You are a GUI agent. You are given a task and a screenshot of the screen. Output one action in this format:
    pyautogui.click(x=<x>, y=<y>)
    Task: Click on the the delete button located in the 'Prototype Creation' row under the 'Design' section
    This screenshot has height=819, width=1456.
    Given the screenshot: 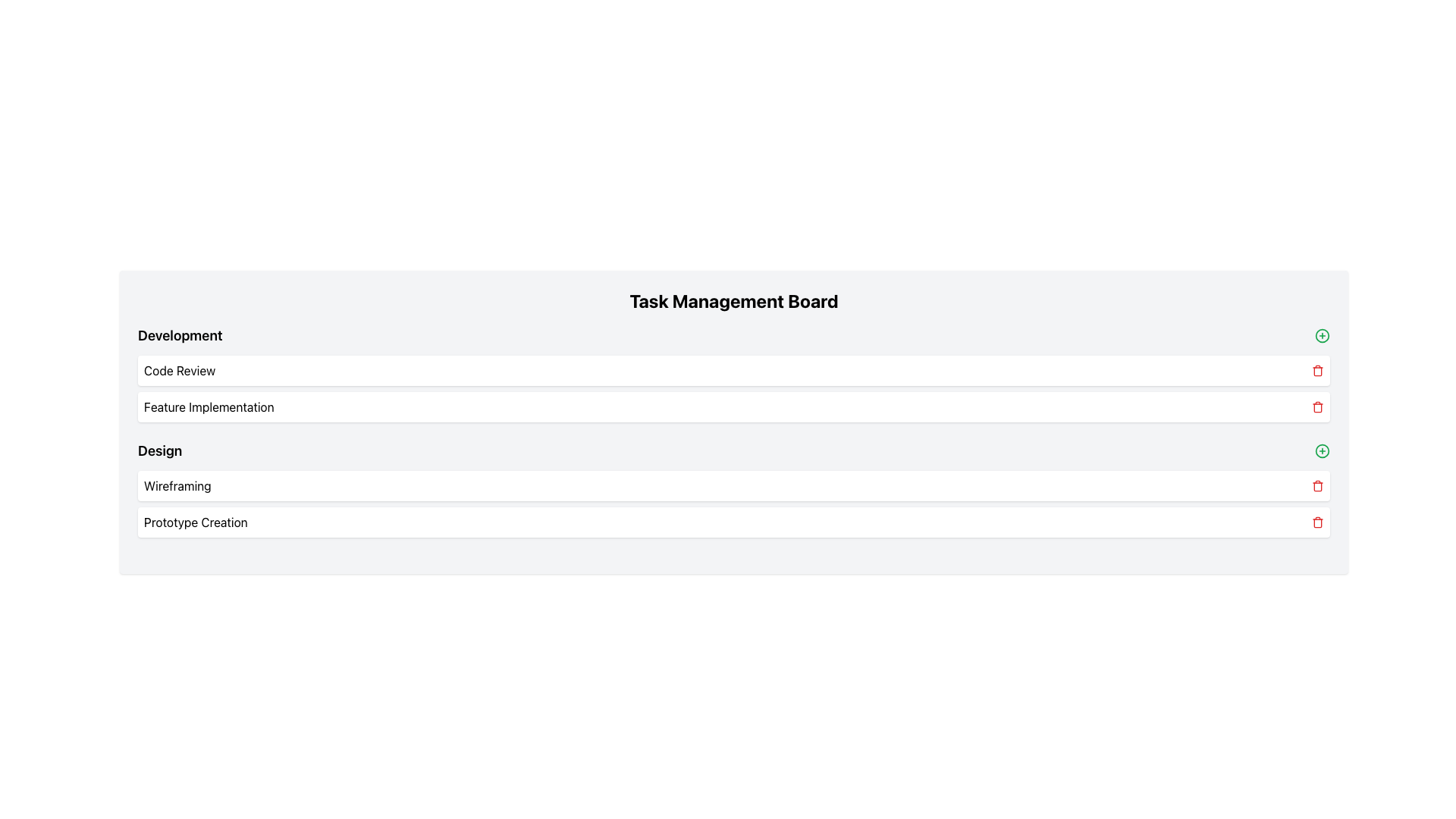 What is the action you would take?
    pyautogui.click(x=1316, y=522)
    